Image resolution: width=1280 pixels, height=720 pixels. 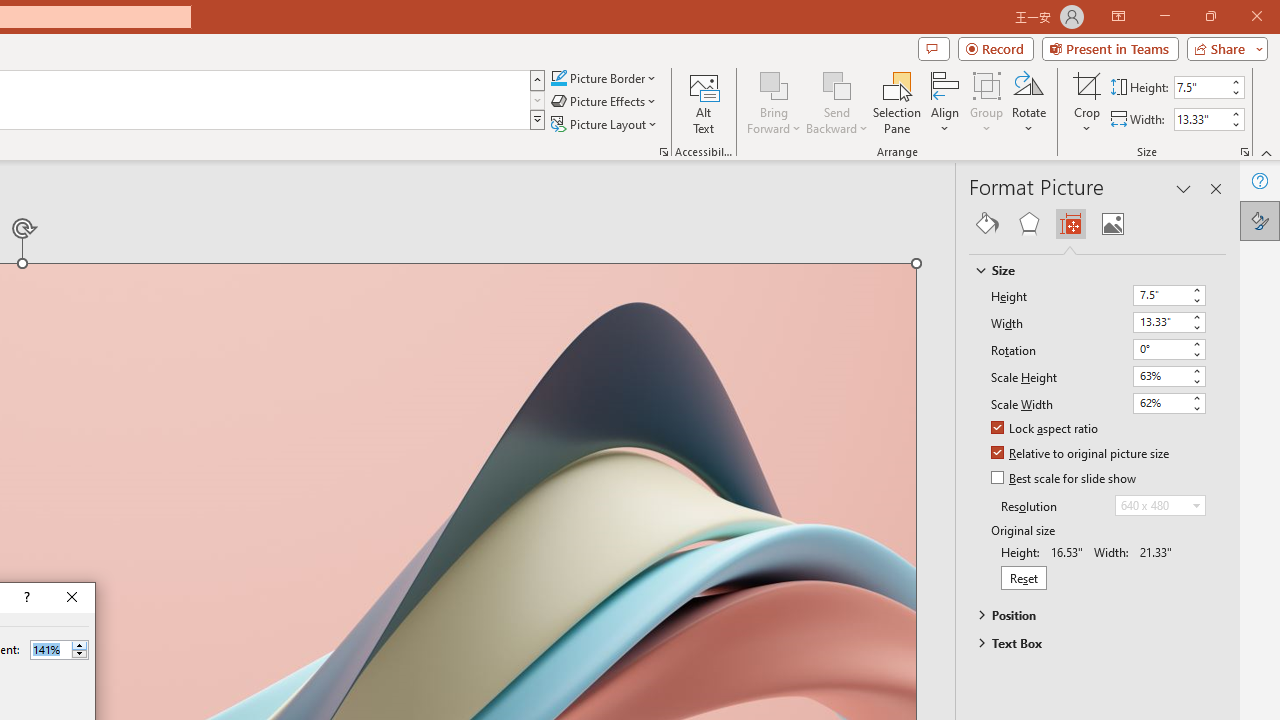 What do you see at coordinates (837, 84) in the screenshot?
I see `'Send Backward'` at bounding box center [837, 84].